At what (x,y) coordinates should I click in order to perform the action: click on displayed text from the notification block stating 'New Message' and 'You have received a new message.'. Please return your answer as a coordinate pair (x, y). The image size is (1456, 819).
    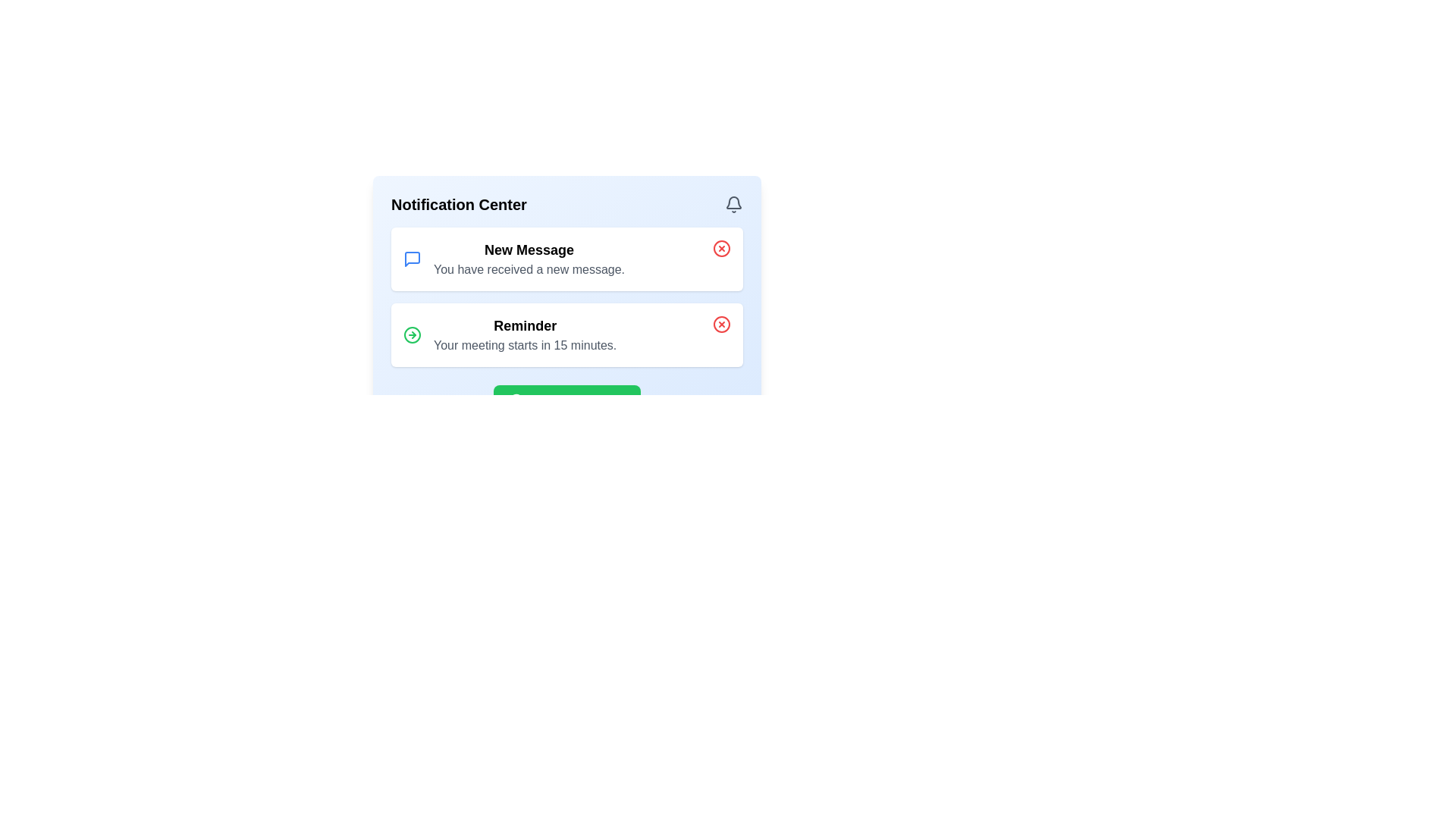
    Looking at the image, I should click on (529, 259).